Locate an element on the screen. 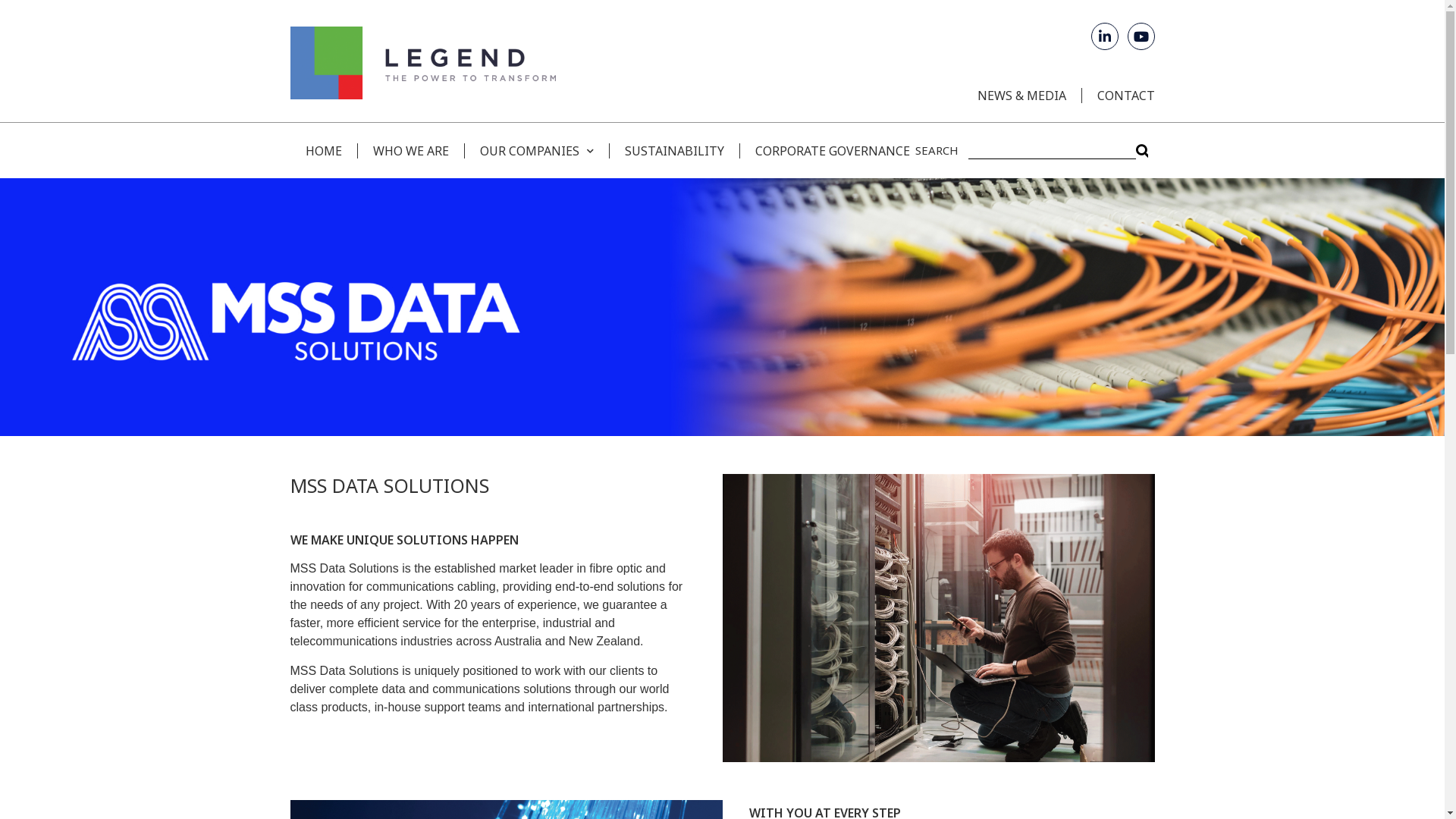  'CONTACT' is located at coordinates (1118, 96).